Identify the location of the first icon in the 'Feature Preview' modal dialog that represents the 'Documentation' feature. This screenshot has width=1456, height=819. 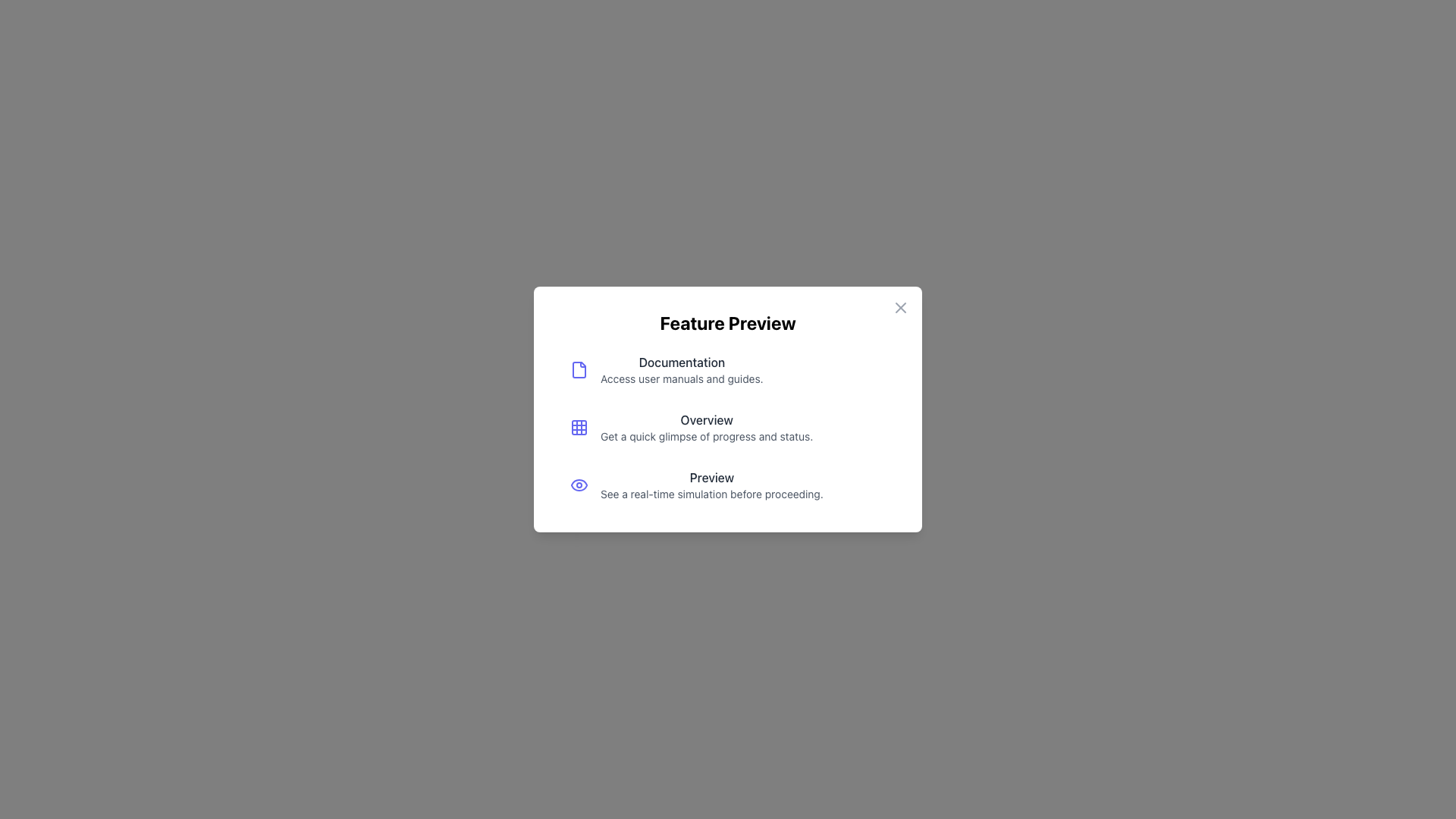
(578, 370).